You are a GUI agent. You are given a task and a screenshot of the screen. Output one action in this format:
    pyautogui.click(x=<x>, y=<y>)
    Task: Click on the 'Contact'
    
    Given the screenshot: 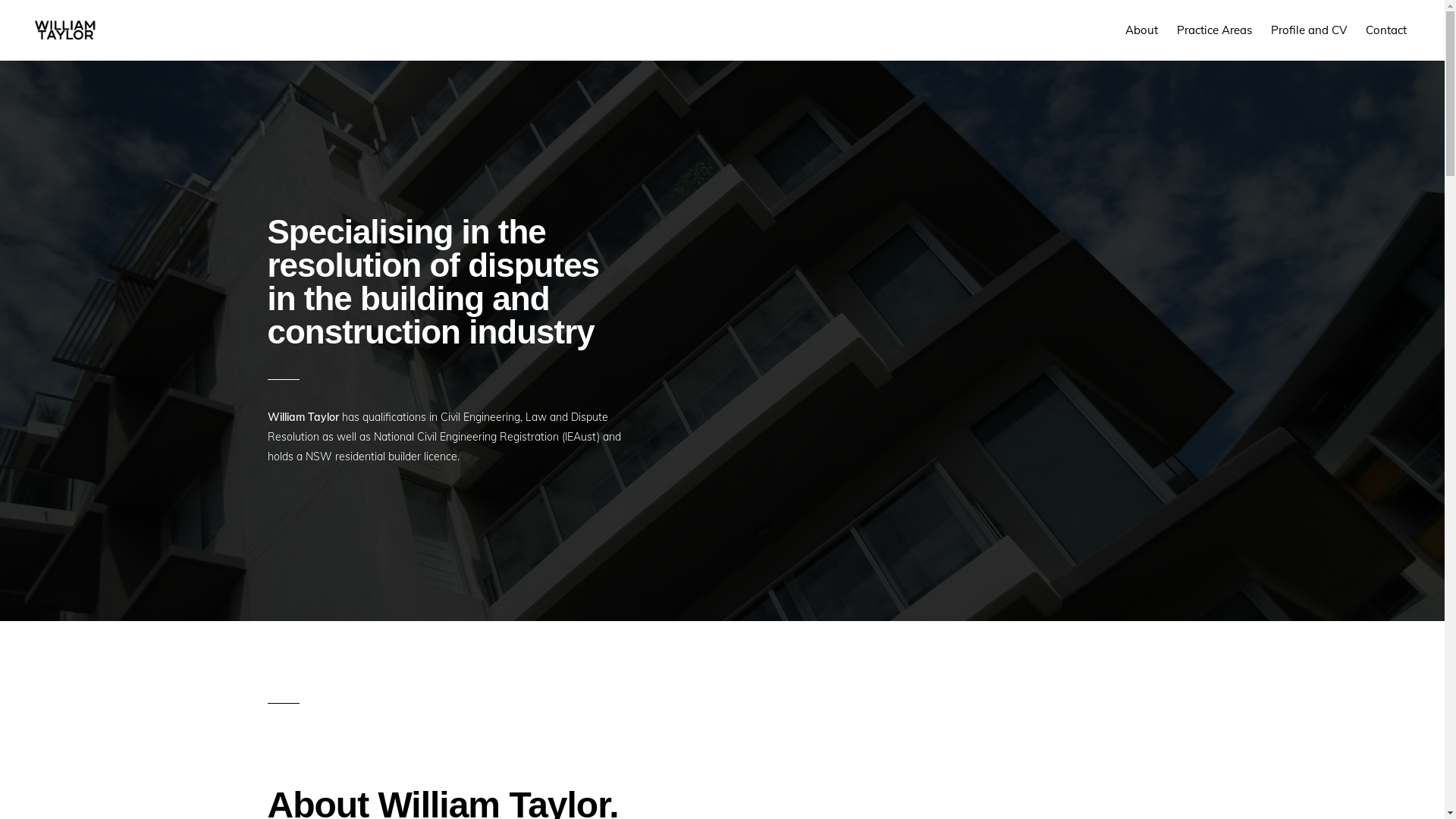 What is the action you would take?
    pyautogui.click(x=1386, y=30)
    